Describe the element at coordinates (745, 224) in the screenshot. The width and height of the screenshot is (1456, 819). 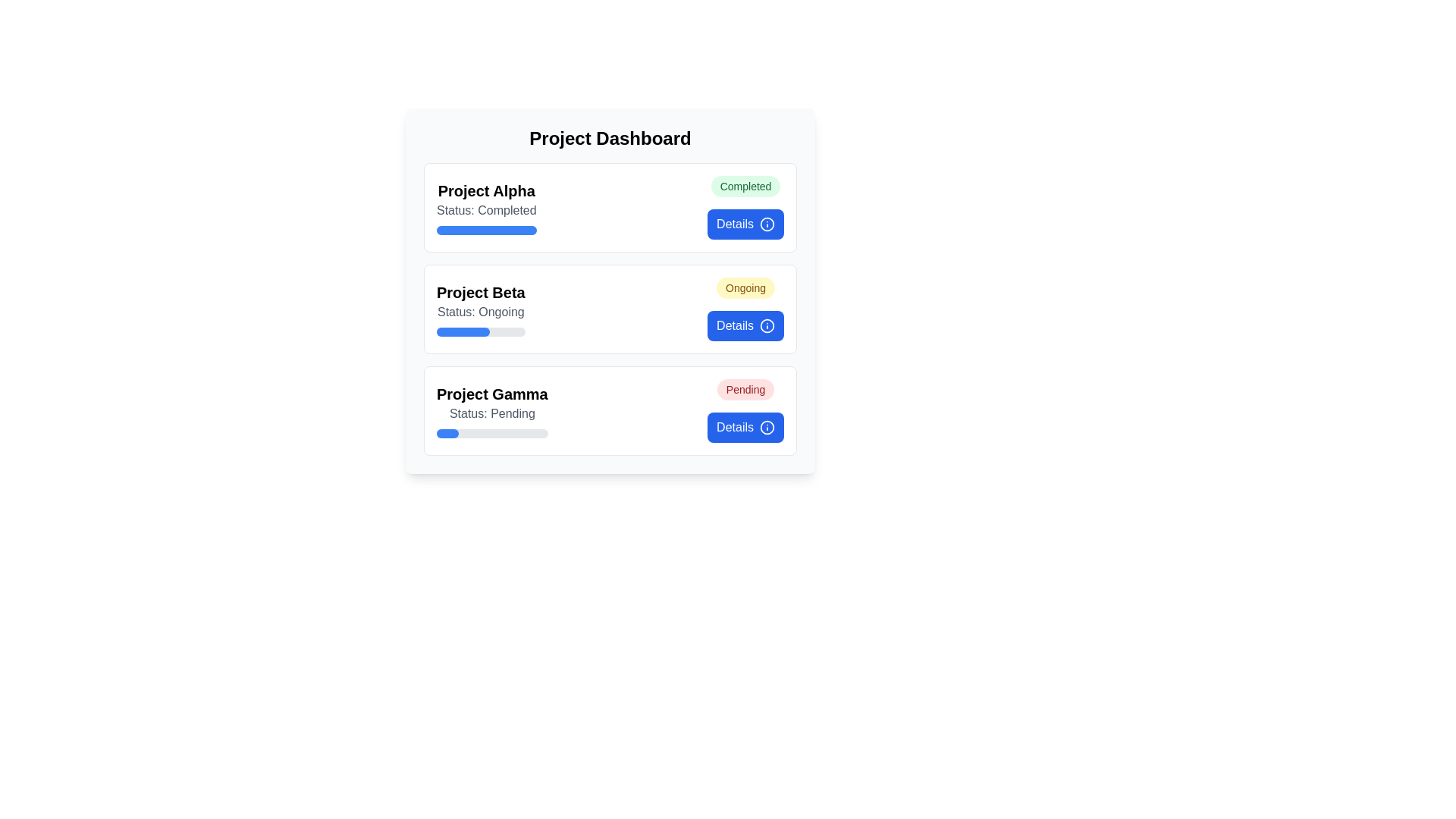
I see `the 'Details' button located under the 'Completed' label within the 'Project Alpha' card` at that location.